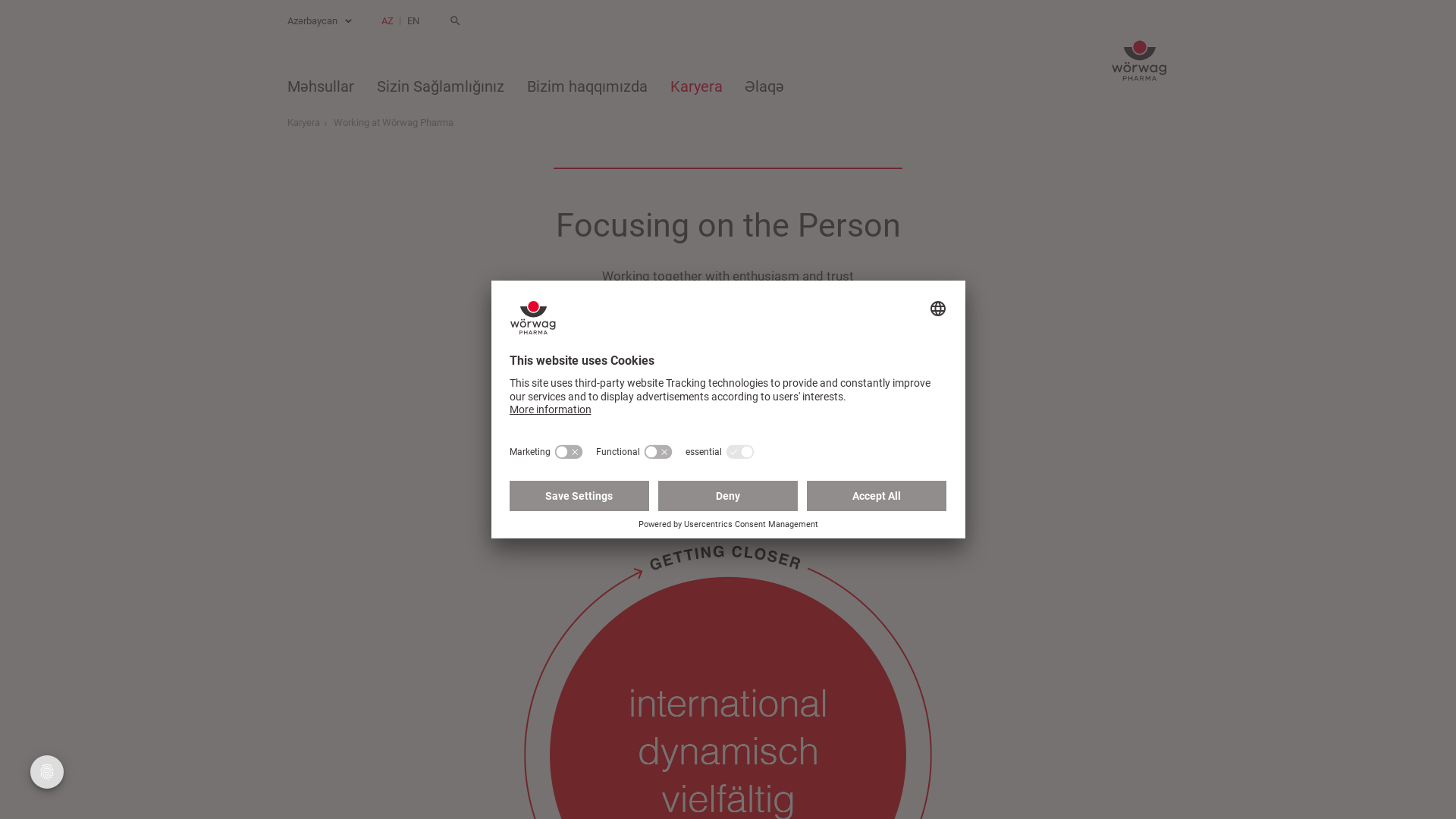 This screenshot has height=819, width=1456. Describe the element at coordinates (454, 20) in the screenshot. I see `'Search'` at that location.